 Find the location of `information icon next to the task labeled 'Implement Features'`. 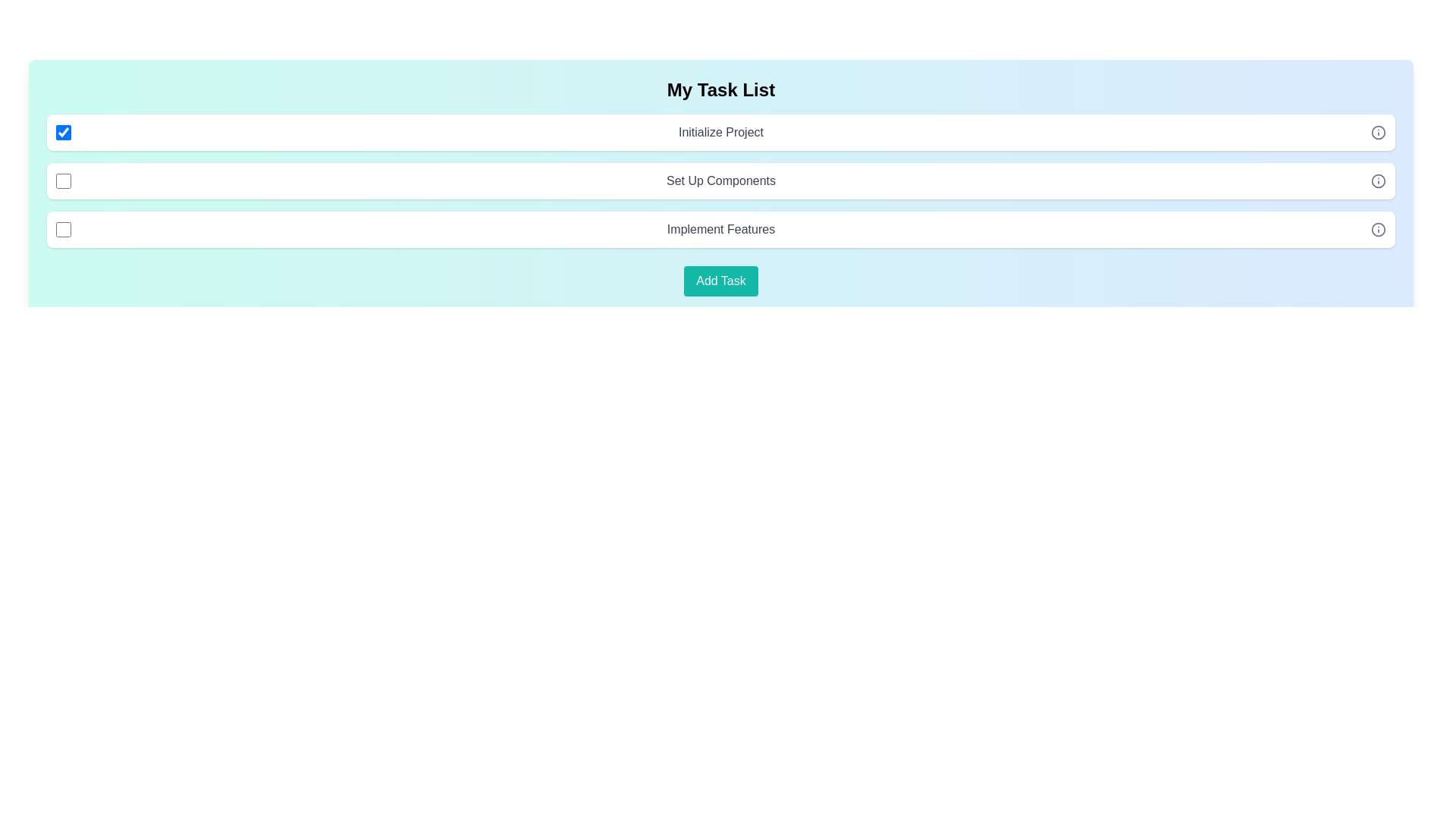

information icon next to the task labeled 'Implement Features' is located at coordinates (1379, 230).